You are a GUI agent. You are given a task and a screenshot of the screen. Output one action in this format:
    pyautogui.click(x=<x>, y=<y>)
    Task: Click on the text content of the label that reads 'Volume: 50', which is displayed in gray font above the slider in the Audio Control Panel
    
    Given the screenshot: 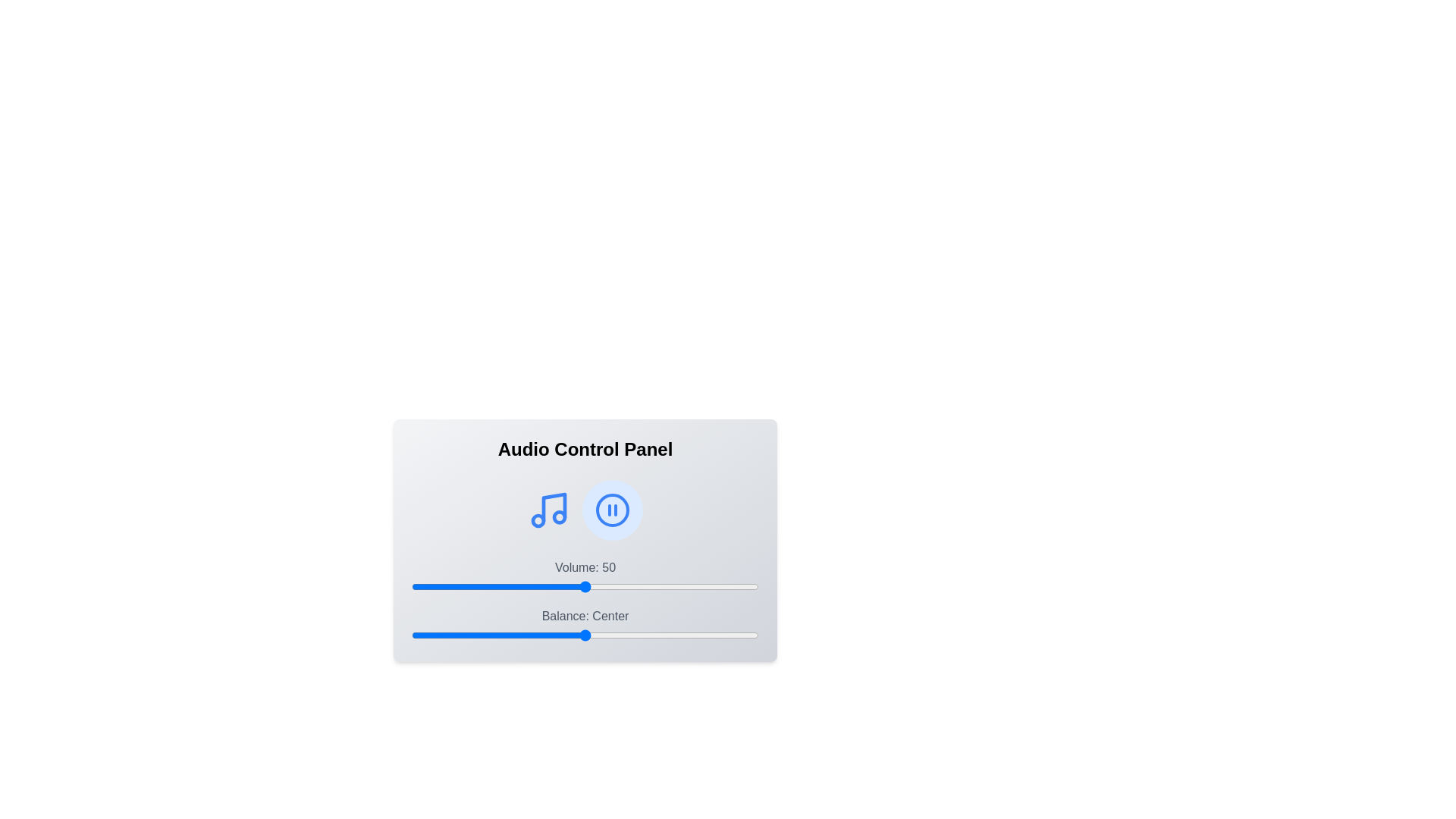 What is the action you would take?
    pyautogui.click(x=585, y=567)
    